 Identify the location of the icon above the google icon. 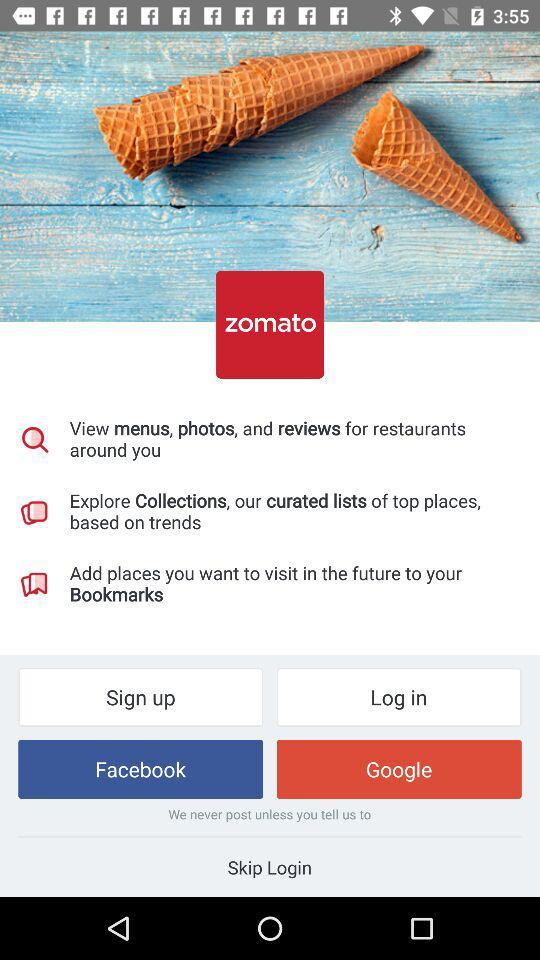
(399, 697).